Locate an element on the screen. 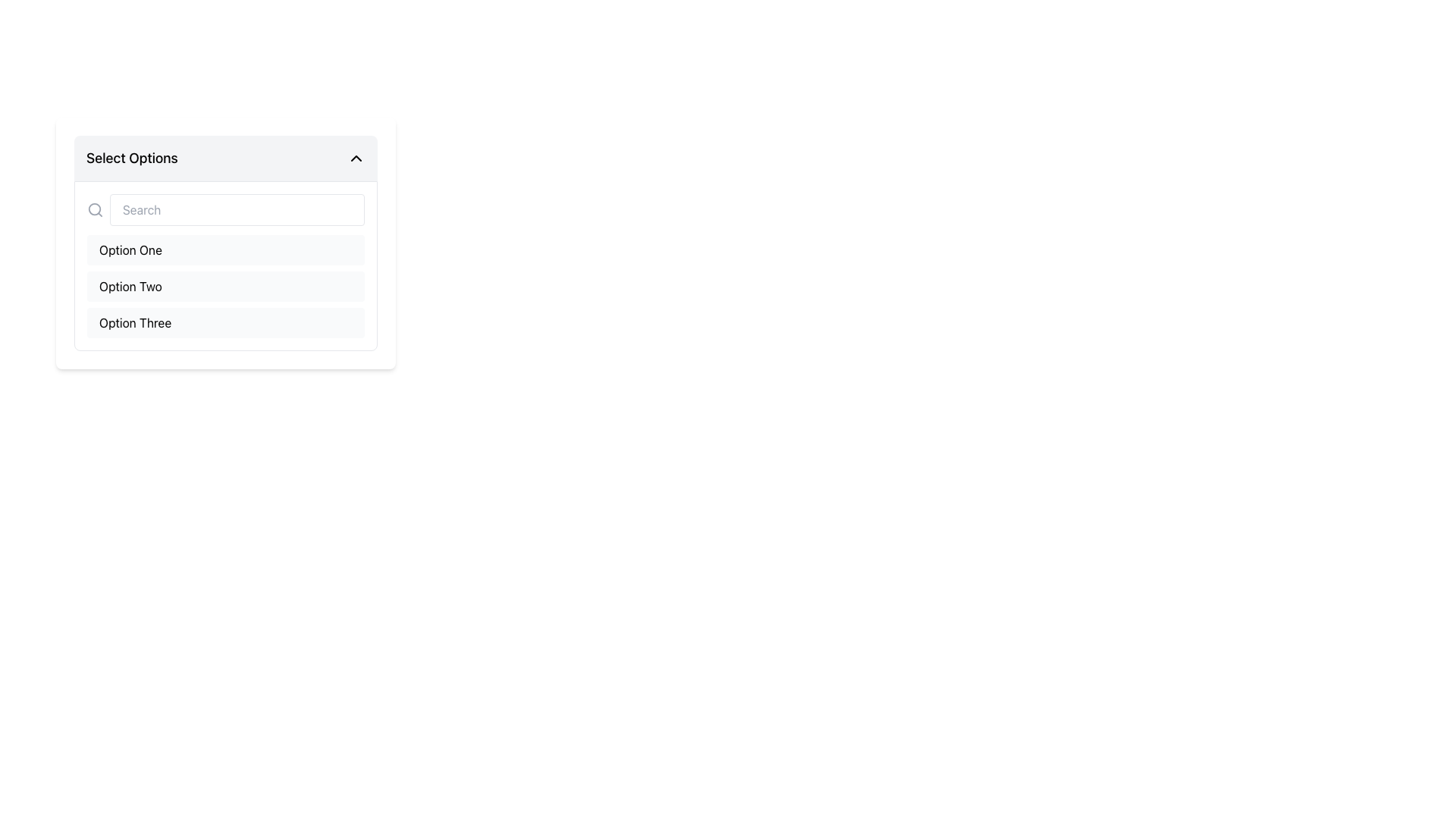  the Dropdown activator row labeled 'Select Options' is located at coordinates (224, 158).